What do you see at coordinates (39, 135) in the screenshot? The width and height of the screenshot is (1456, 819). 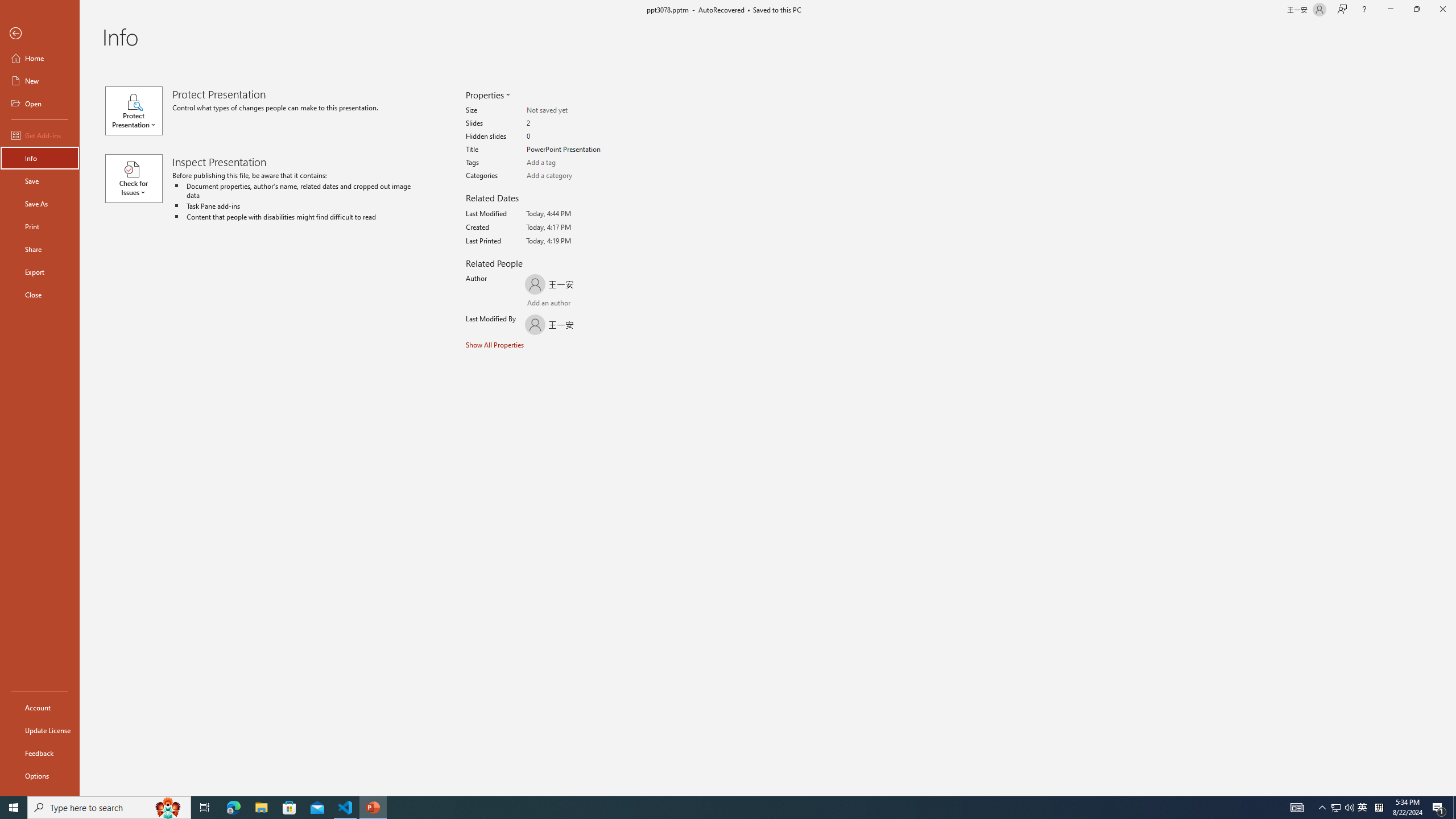 I see `'Get Add-ins'` at bounding box center [39, 135].